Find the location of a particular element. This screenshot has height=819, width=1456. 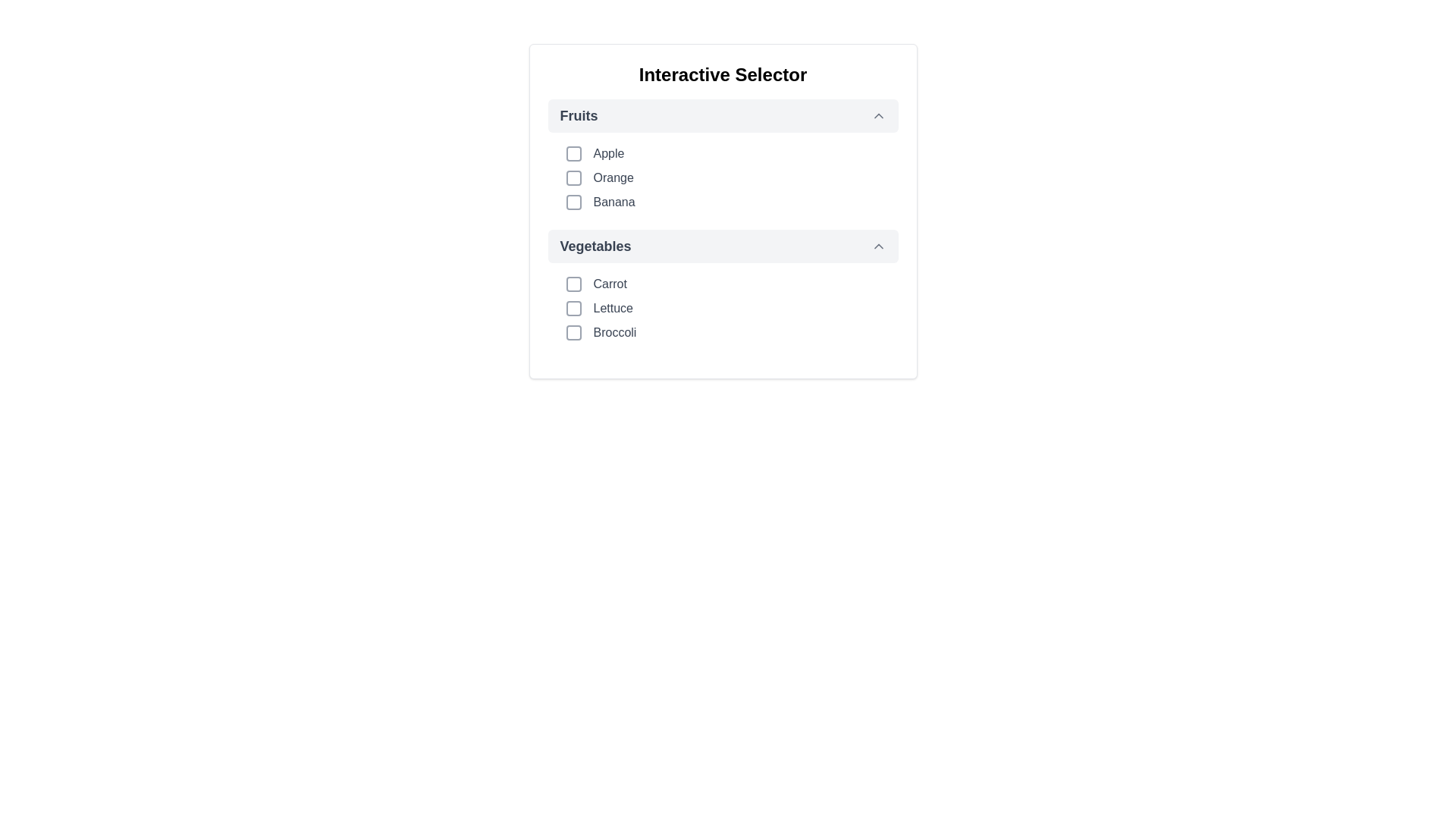

the check icon in the outlined style within the 'Apple' checkbox under the 'Fruits' category to indicate selection is located at coordinates (573, 154).